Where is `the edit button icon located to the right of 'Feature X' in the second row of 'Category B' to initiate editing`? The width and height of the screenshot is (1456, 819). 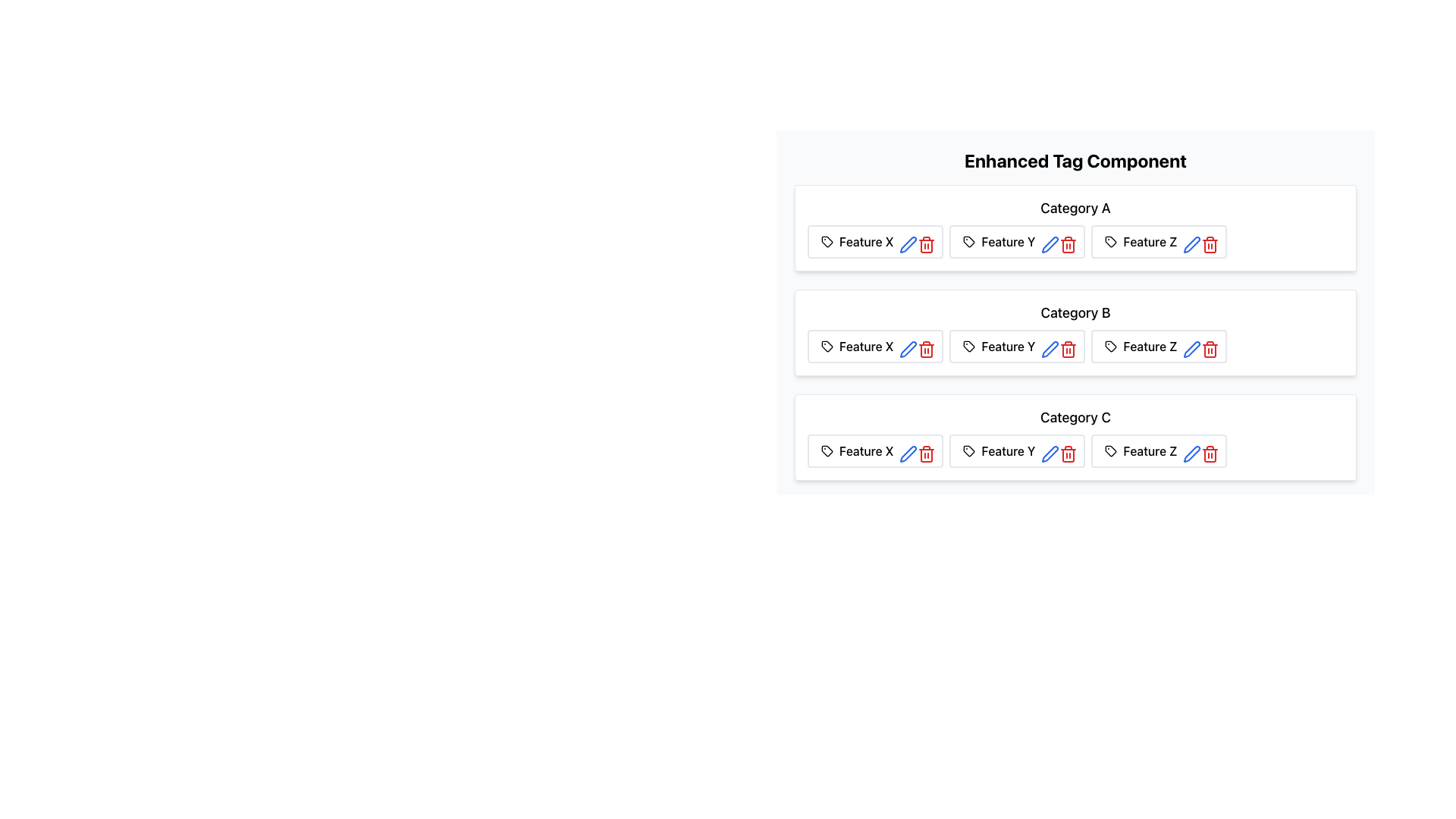
the edit button icon located to the right of 'Feature X' in the second row of 'Category B' to initiate editing is located at coordinates (905, 346).